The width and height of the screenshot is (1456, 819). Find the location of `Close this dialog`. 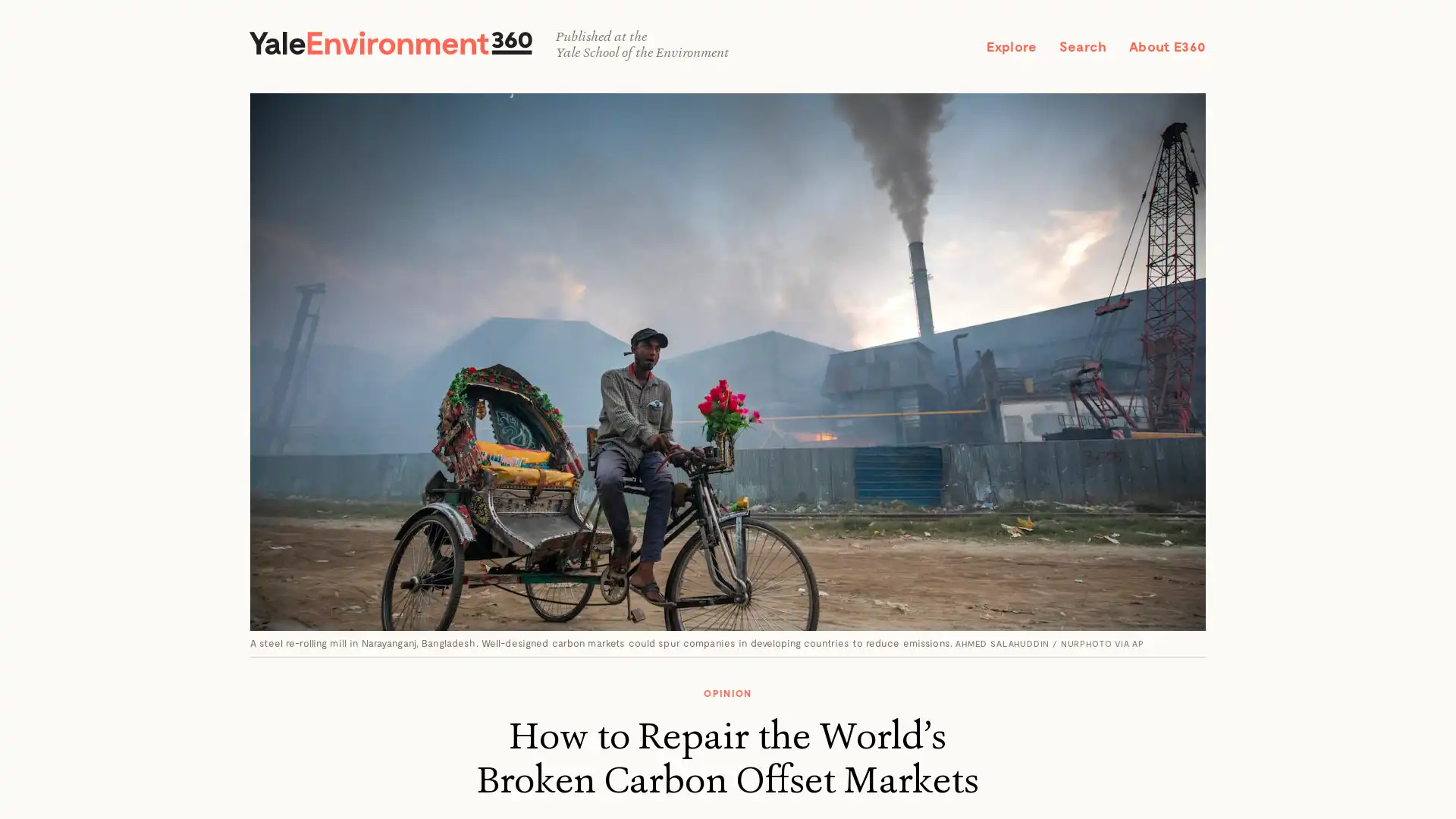

Close this dialog is located at coordinates (903, 284).